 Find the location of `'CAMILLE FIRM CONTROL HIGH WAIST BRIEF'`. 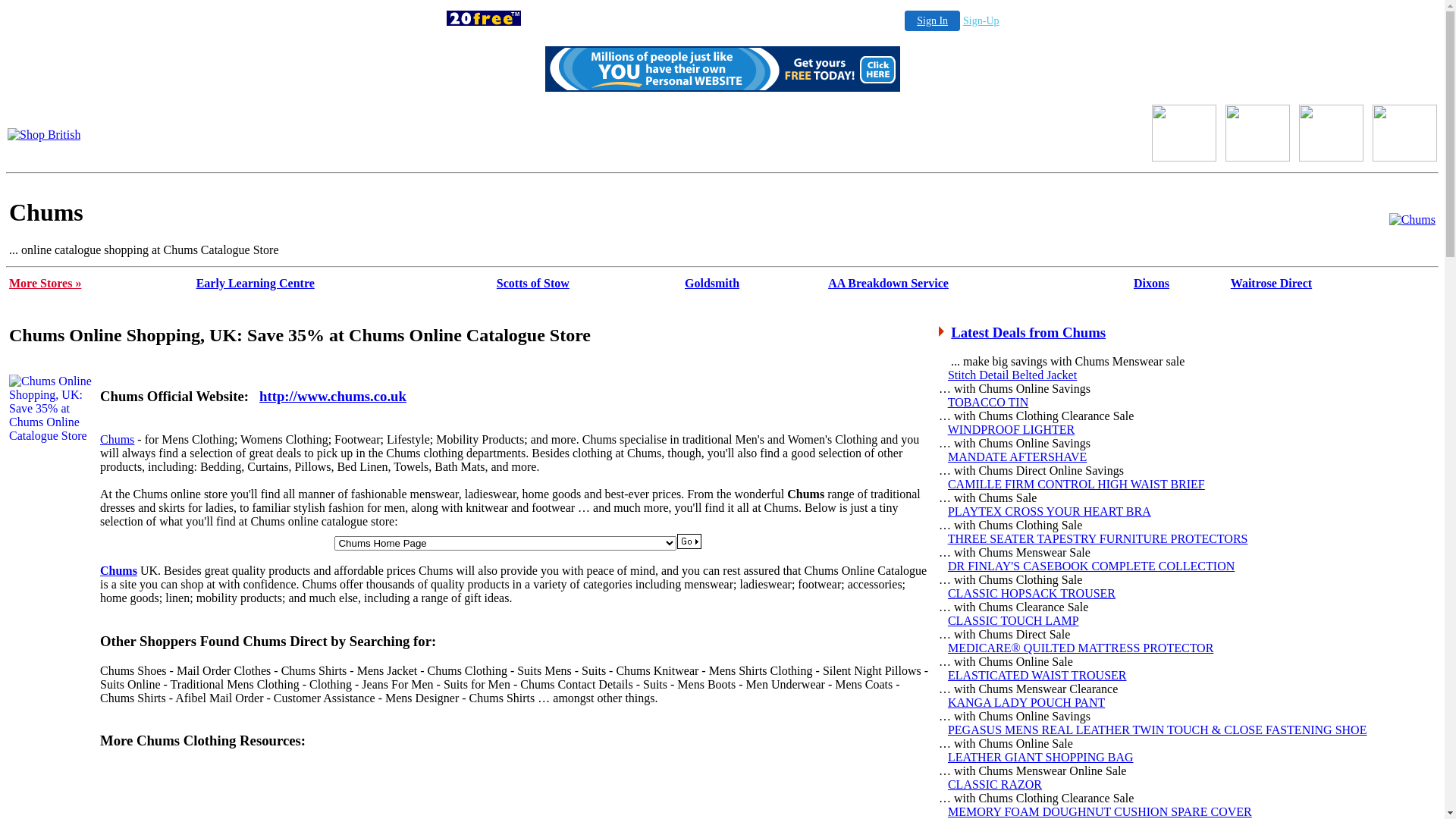

'CAMILLE FIRM CONTROL HIGH WAIST BRIEF' is located at coordinates (1075, 484).